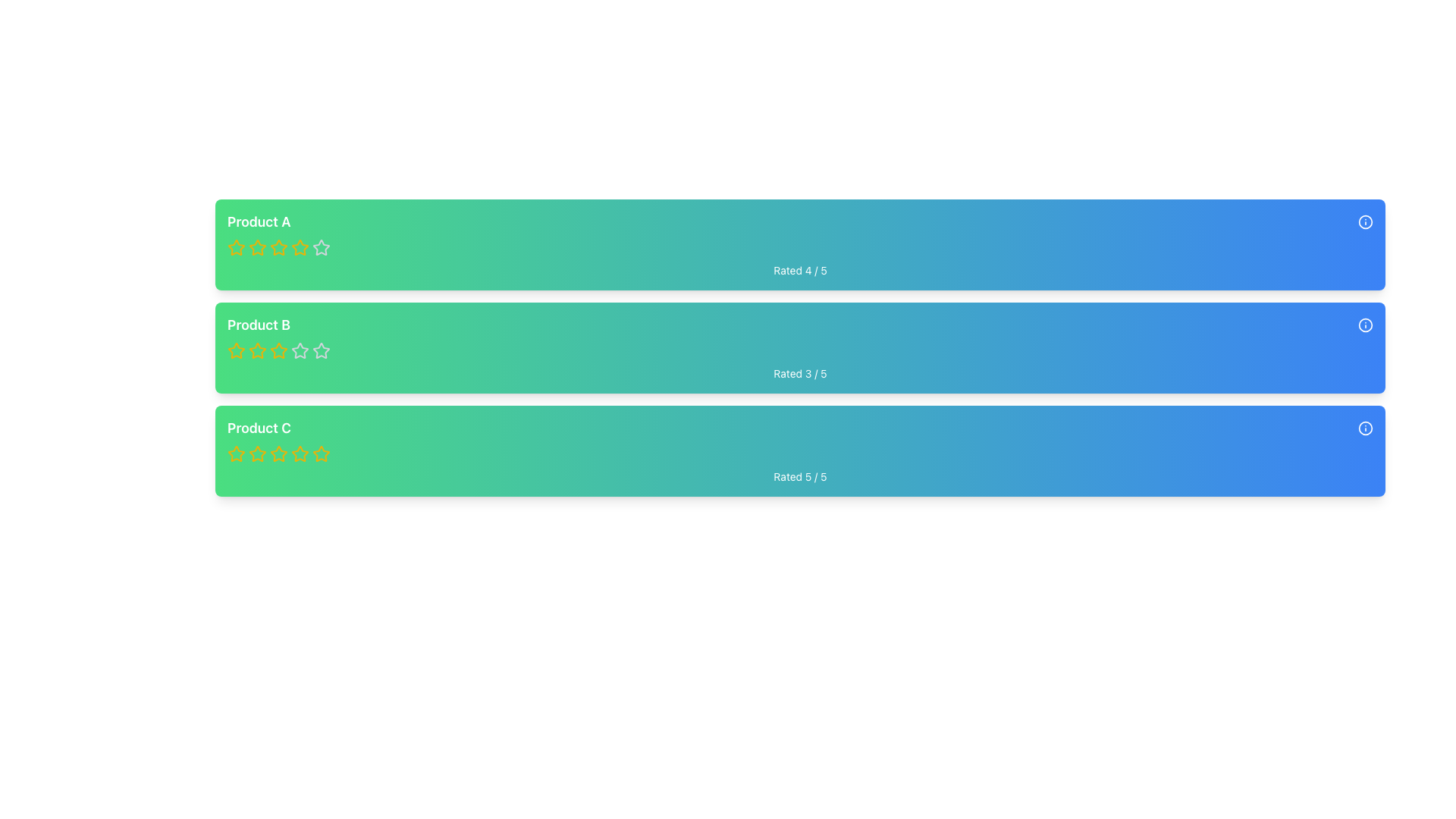  I want to click on the fifth star icon in the 5-star rating system located under 'Product C', the third product listed, so click(279, 453).